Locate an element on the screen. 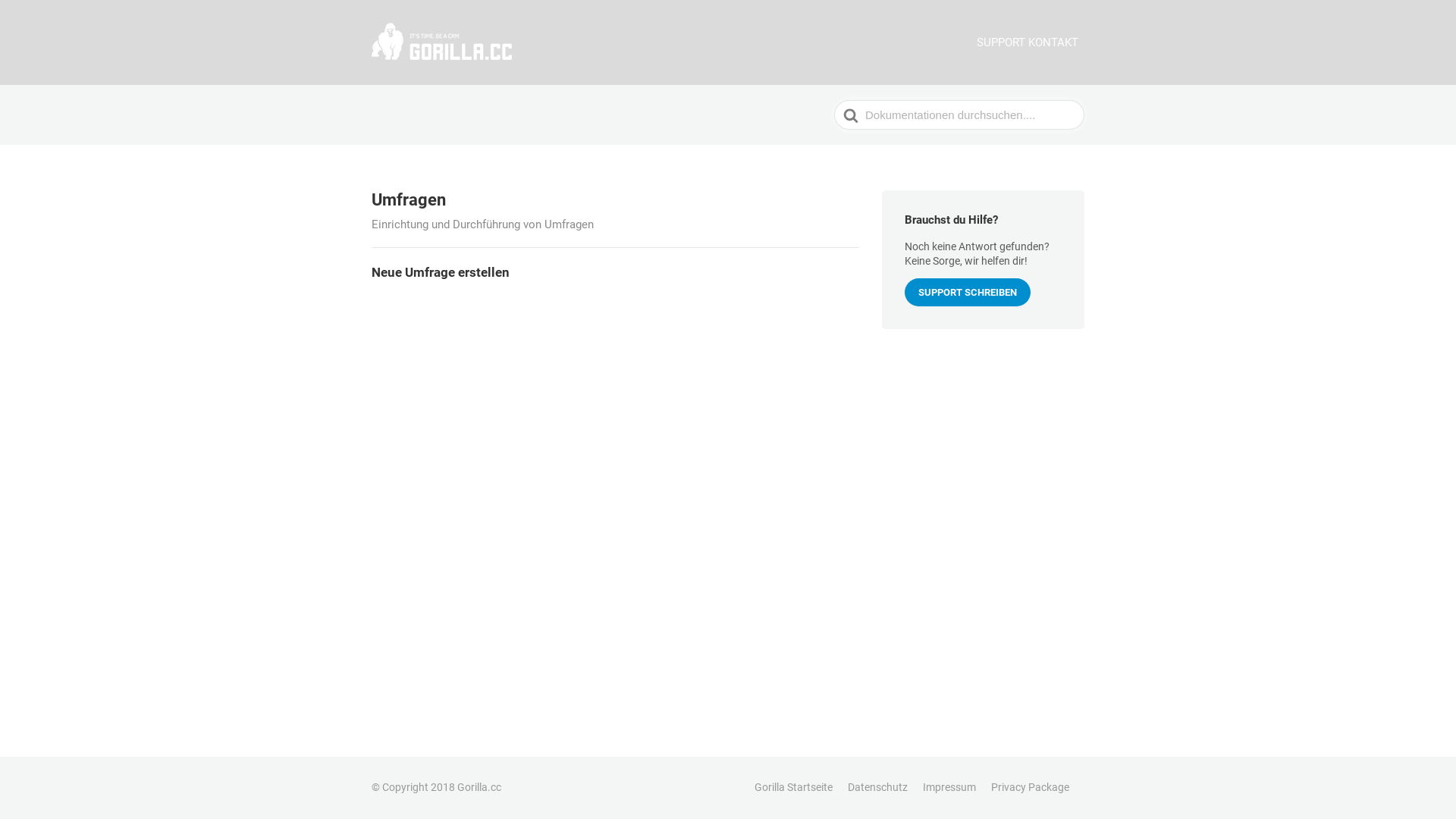 This screenshot has width=1456, height=819. 'Privacy Package' is located at coordinates (990, 786).